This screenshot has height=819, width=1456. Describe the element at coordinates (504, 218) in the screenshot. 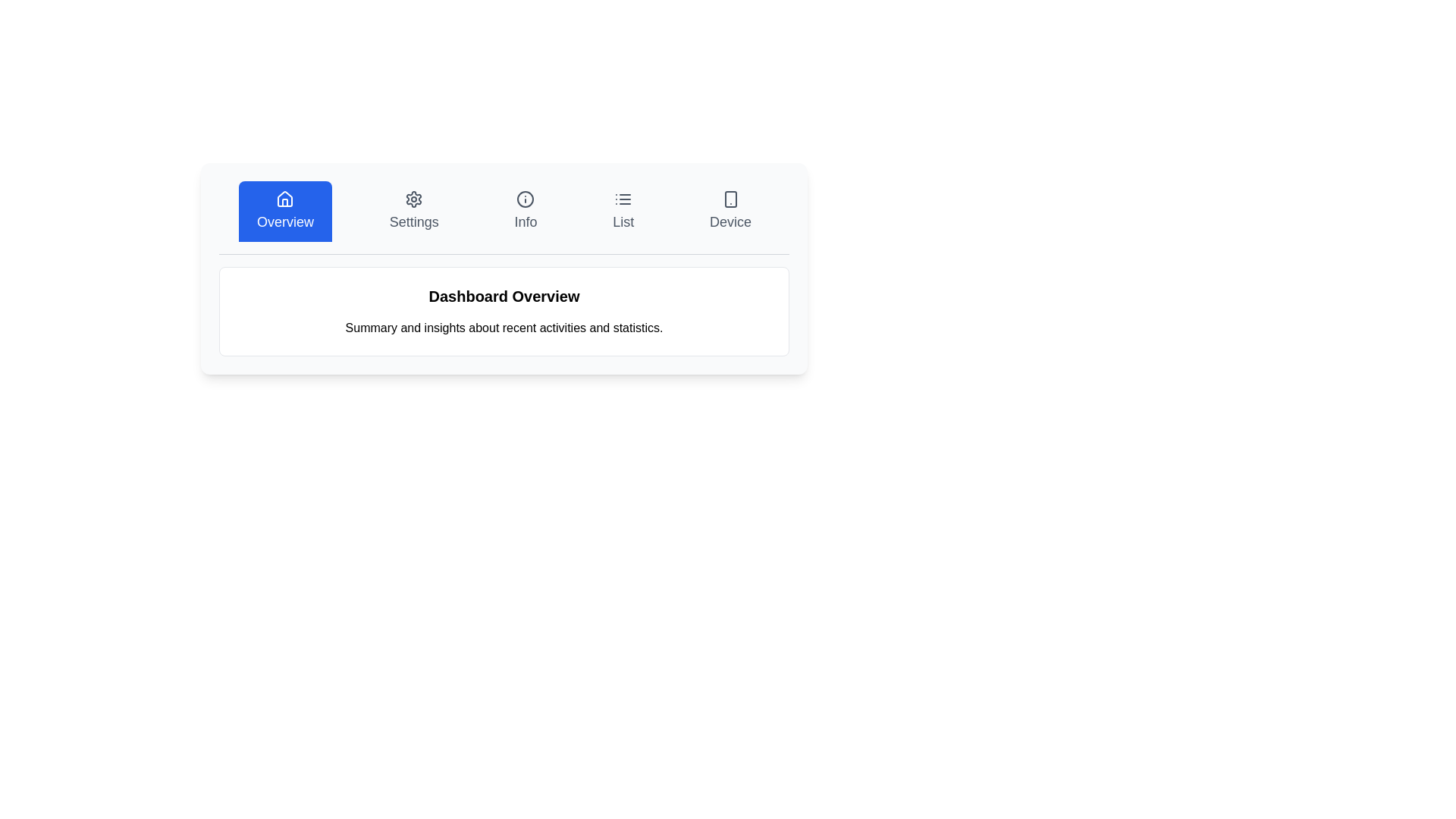

I see `any option in the Navigation bar located at the top section just above the 'Dashboard Overview' title` at that location.